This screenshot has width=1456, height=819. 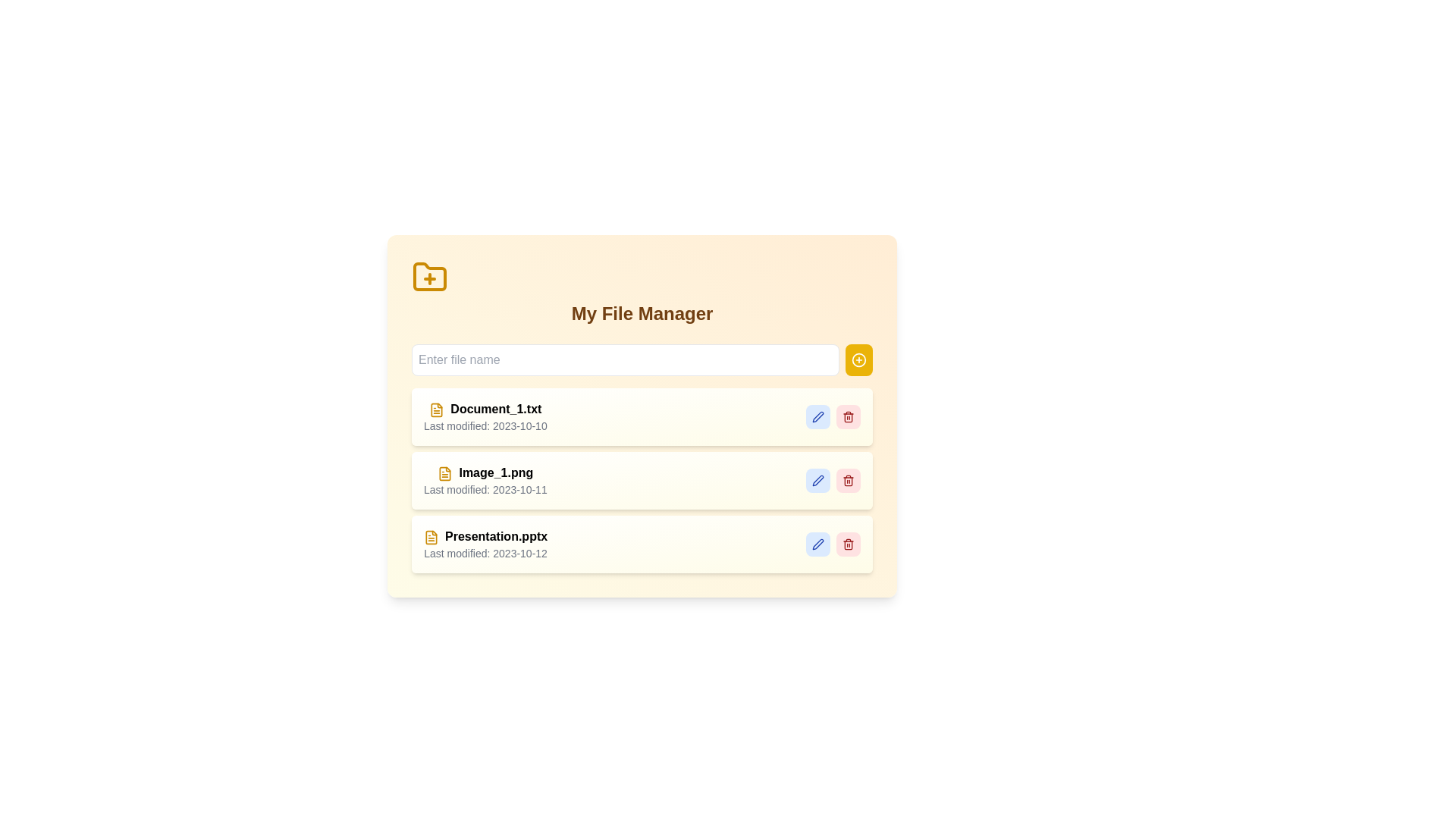 I want to click on the third list item in the file manager, which displays 'Presentation.pptx' as the title and 'Last modified: 2023-10-12' as the subtitle, so click(x=642, y=543).